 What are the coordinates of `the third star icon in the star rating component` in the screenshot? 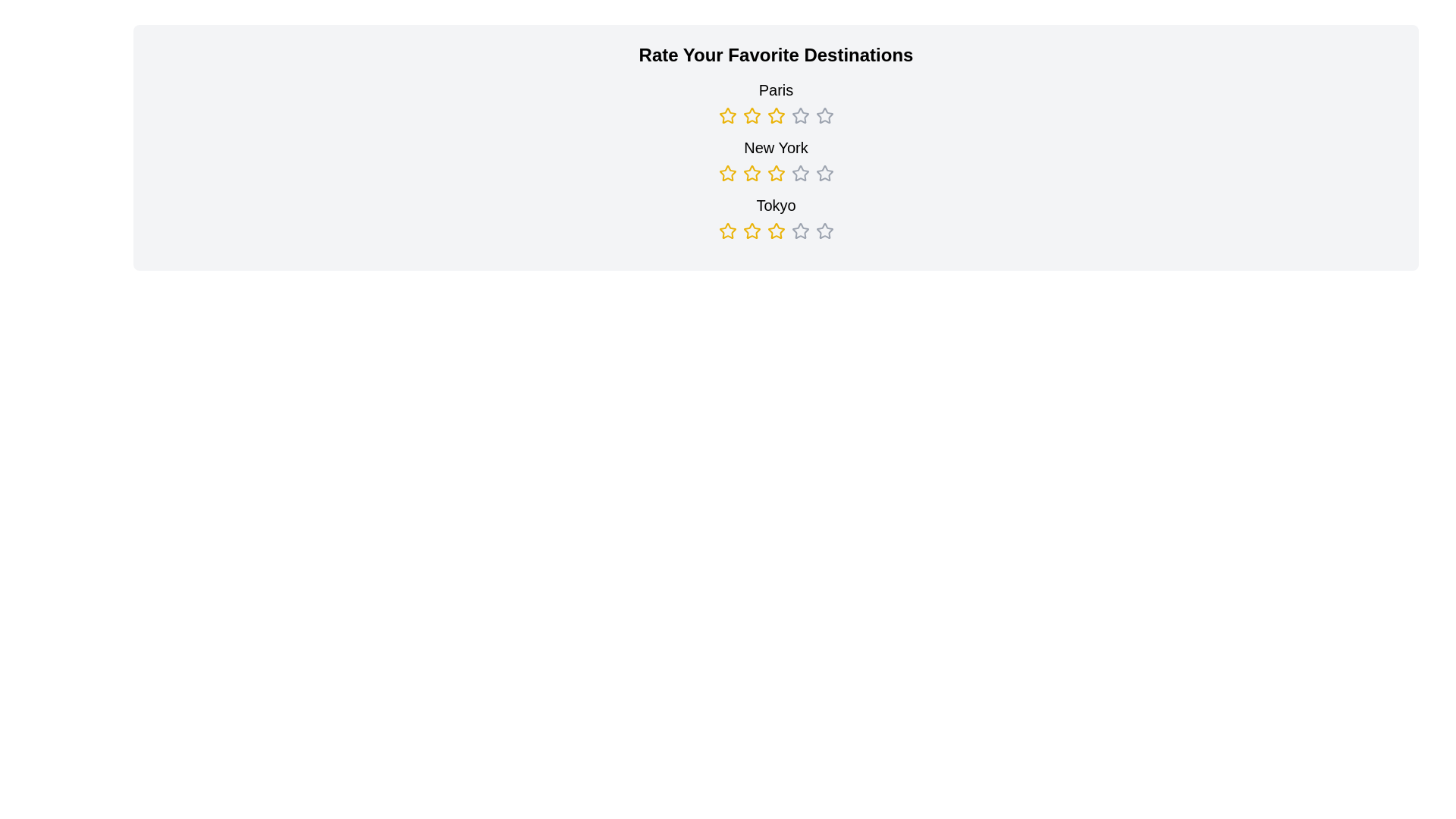 It's located at (799, 172).